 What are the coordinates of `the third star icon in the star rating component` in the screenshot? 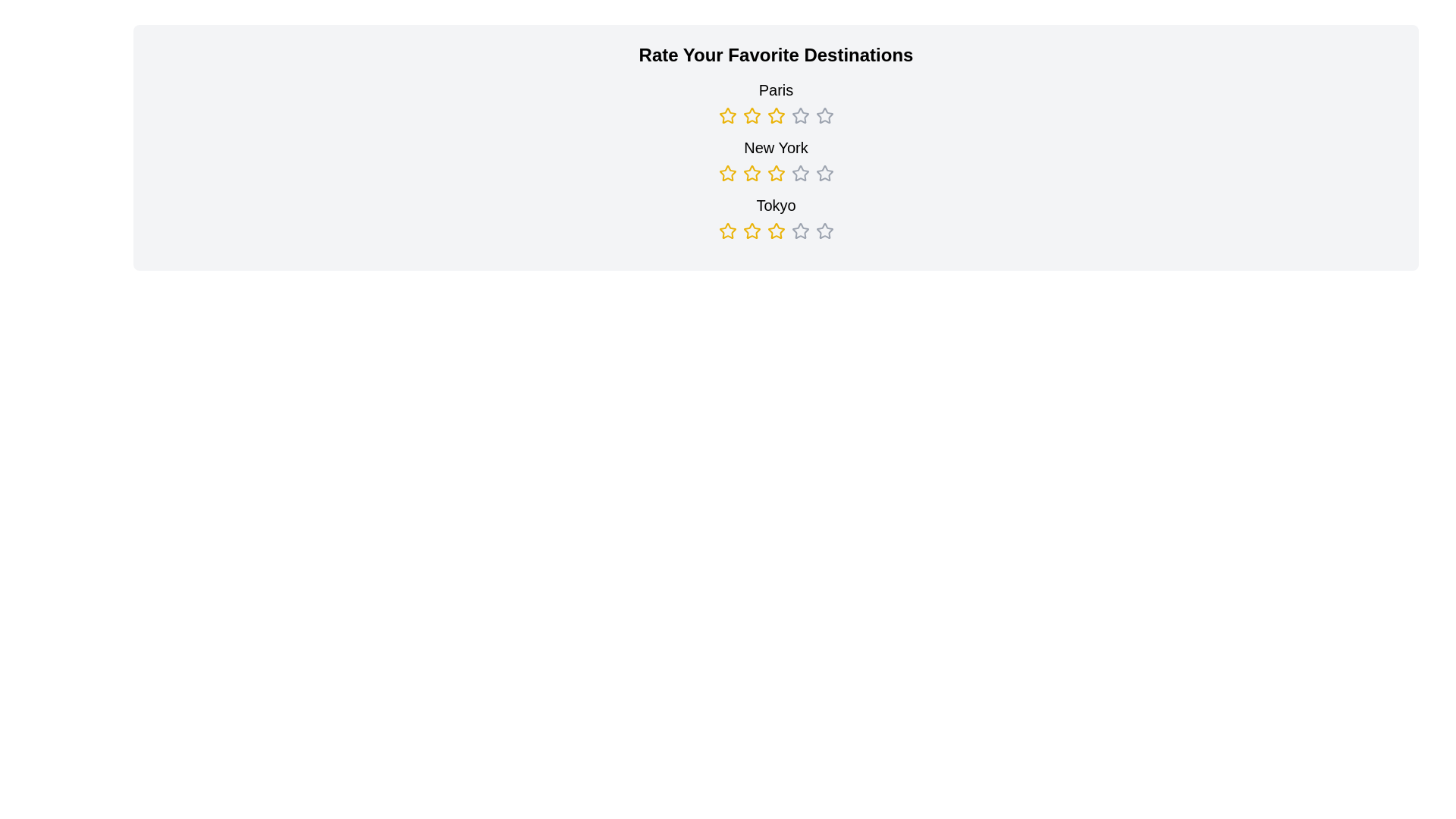 It's located at (799, 172).